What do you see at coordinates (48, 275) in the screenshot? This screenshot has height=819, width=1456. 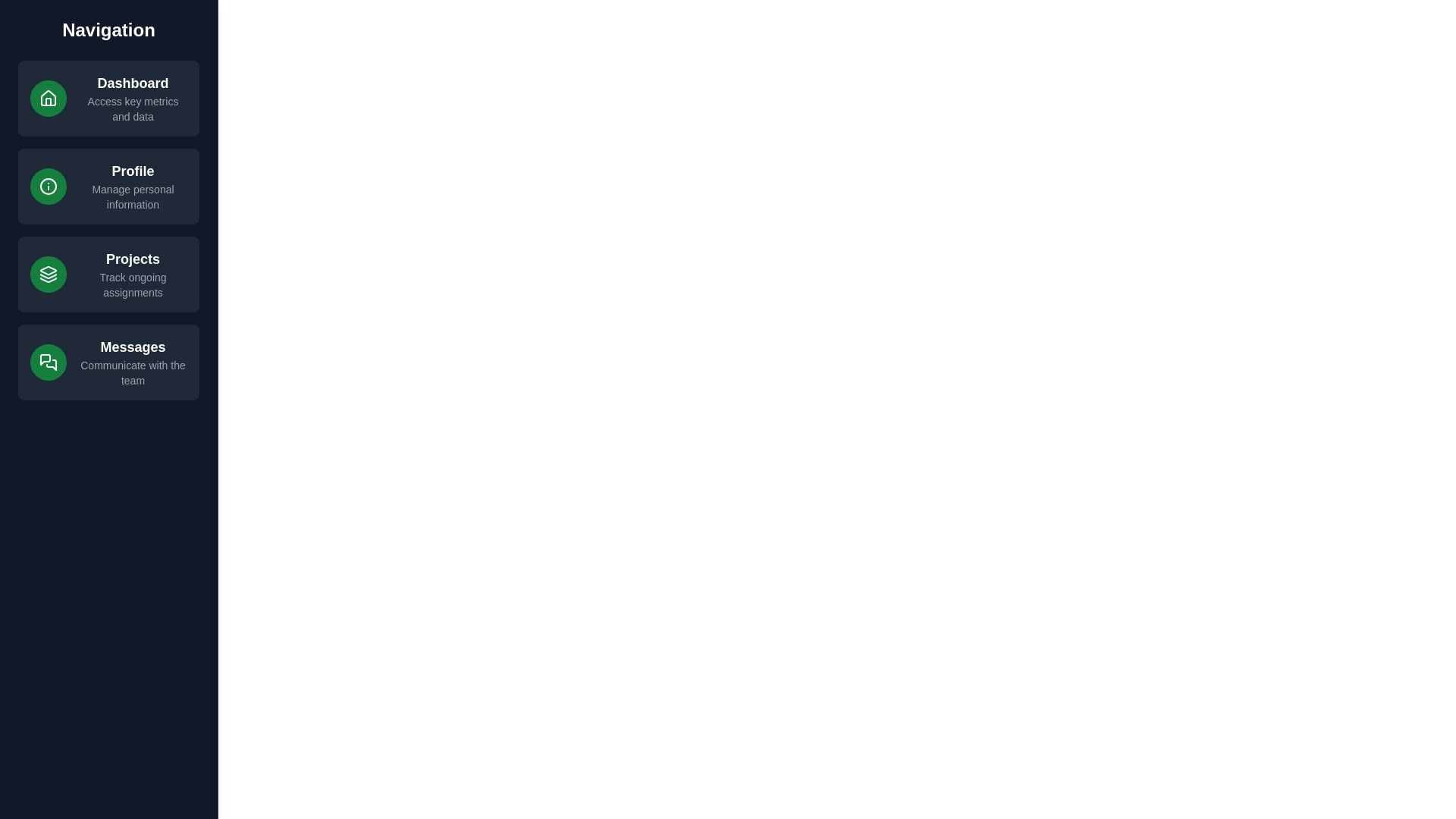 I see `the icon associated with the Projects navigation item` at bounding box center [48, 275].